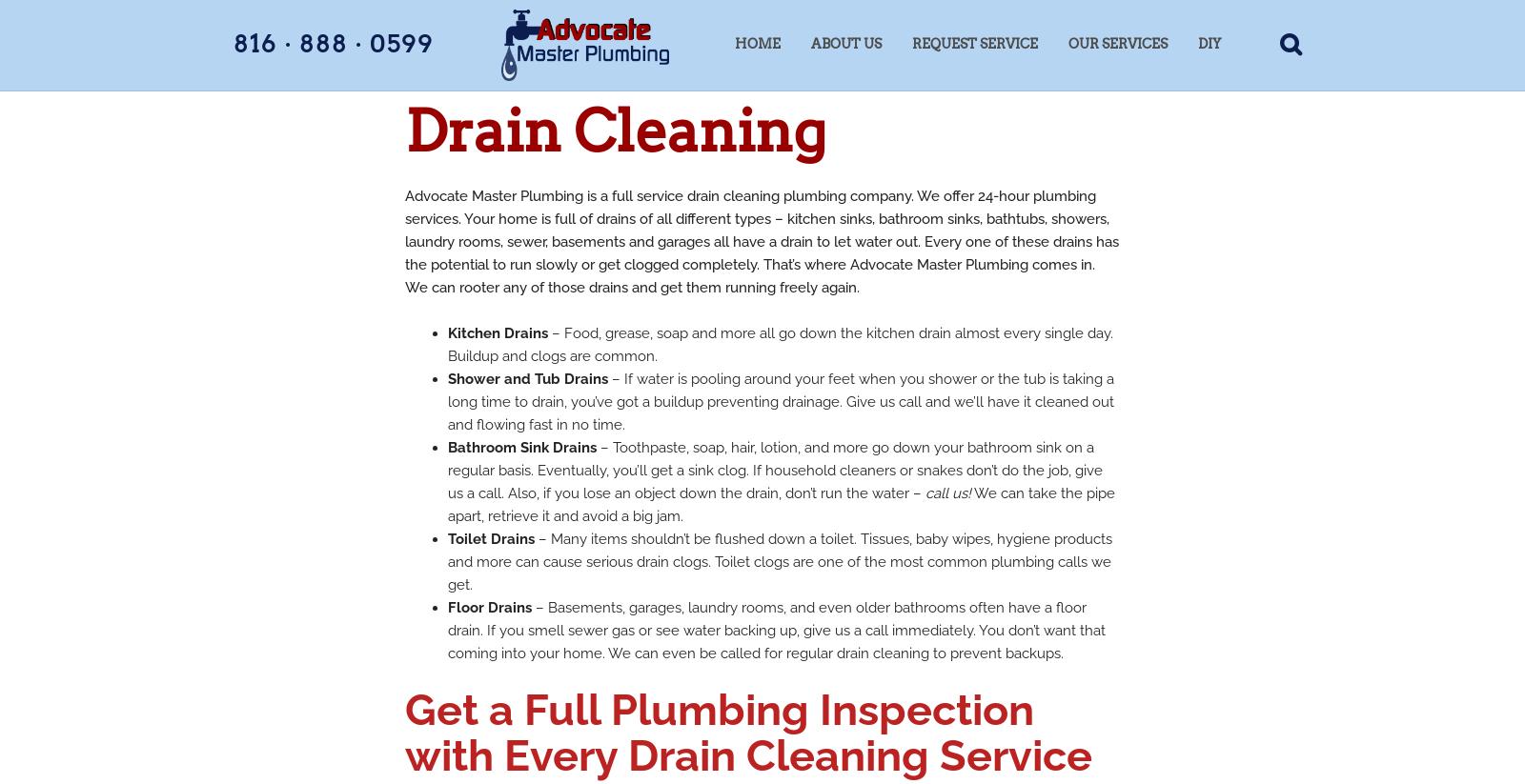 The image size is (1525, 784). Describe the element at coordinates (527, 378) in the screenshot. I see `'Shower and Tub Drains'` at that location.